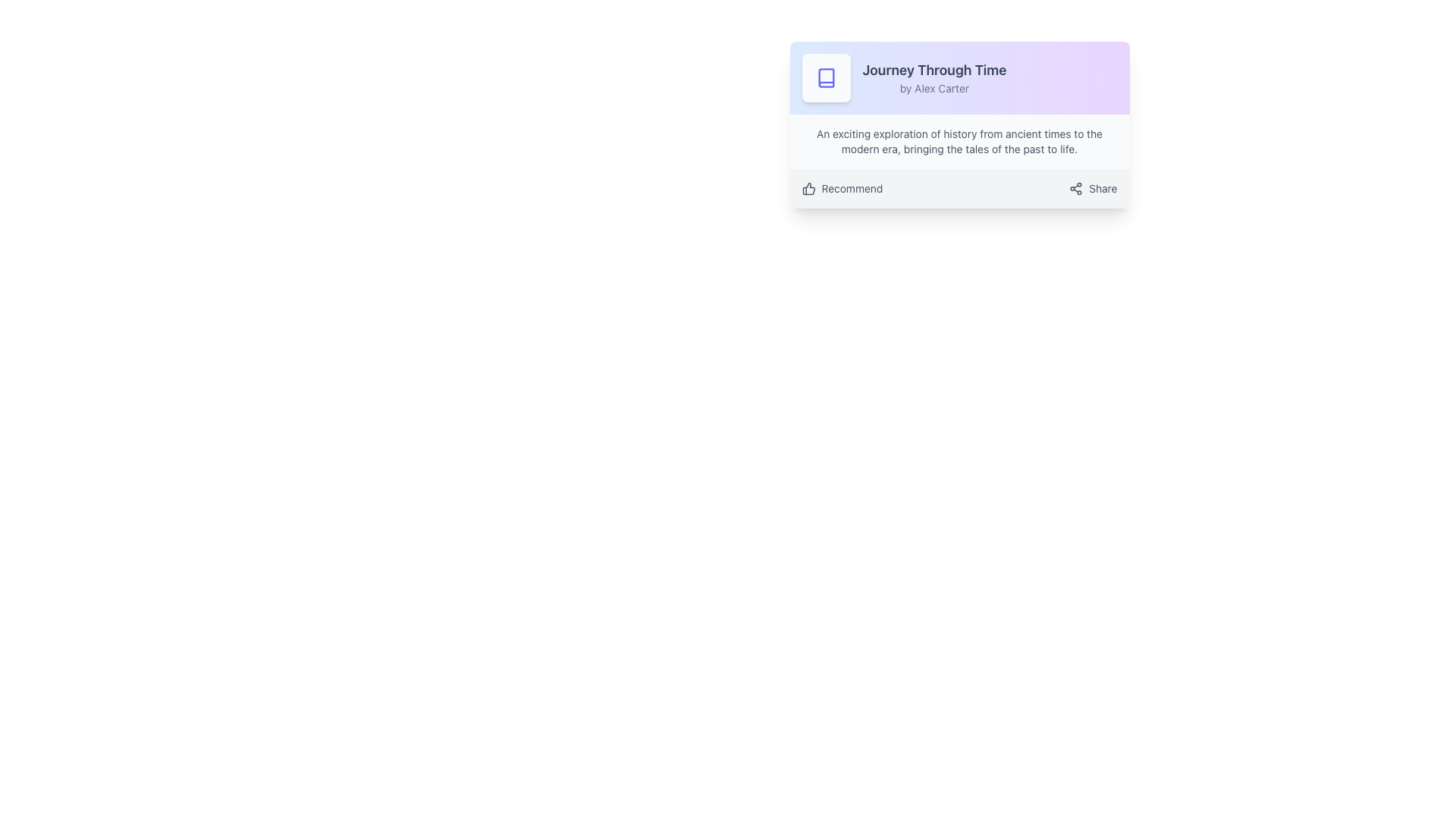 The width and height of the screenshot is (1456, 819). What do you see at coordinates (841, 188) in the screenshot?
I see `the left button at the bottom of the card to change its color, indicating support or approval for the content` at bounding box center [841, 188].